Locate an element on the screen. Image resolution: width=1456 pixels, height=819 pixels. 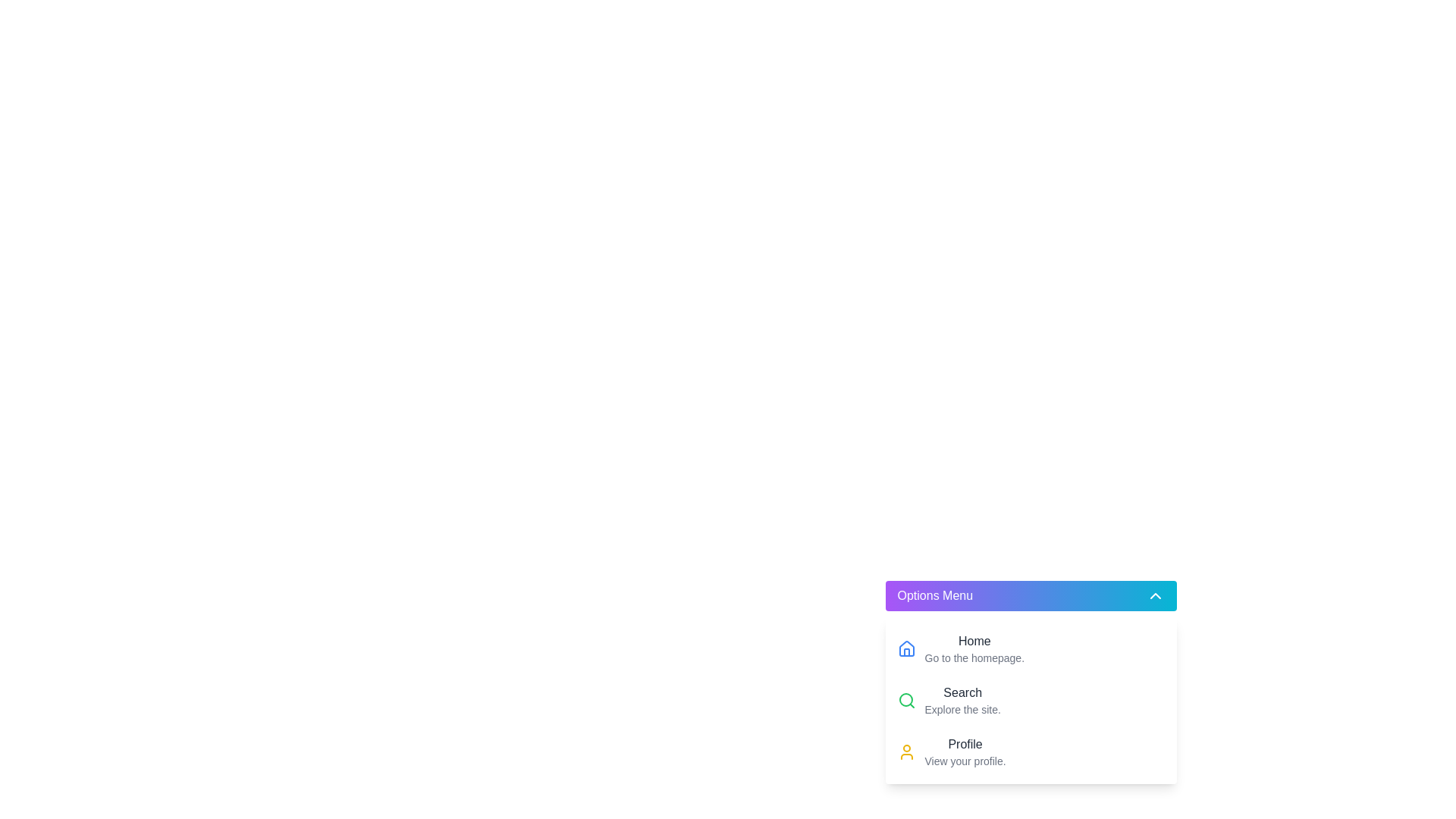
the 'Search' menu item in the dropdown menu is located at coordinates (962, 701).